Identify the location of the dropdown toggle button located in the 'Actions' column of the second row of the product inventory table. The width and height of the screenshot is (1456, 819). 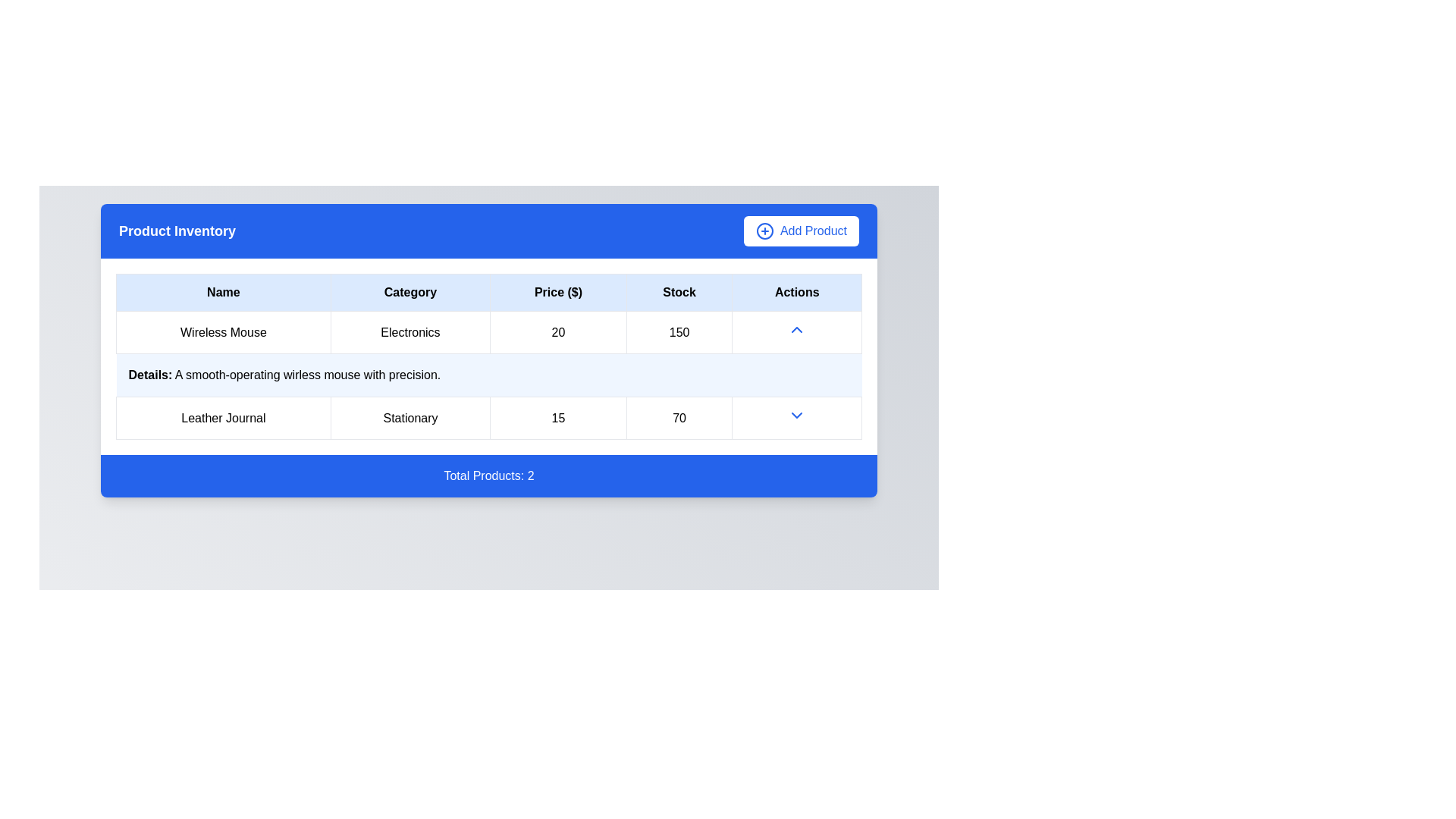
(796, 415).